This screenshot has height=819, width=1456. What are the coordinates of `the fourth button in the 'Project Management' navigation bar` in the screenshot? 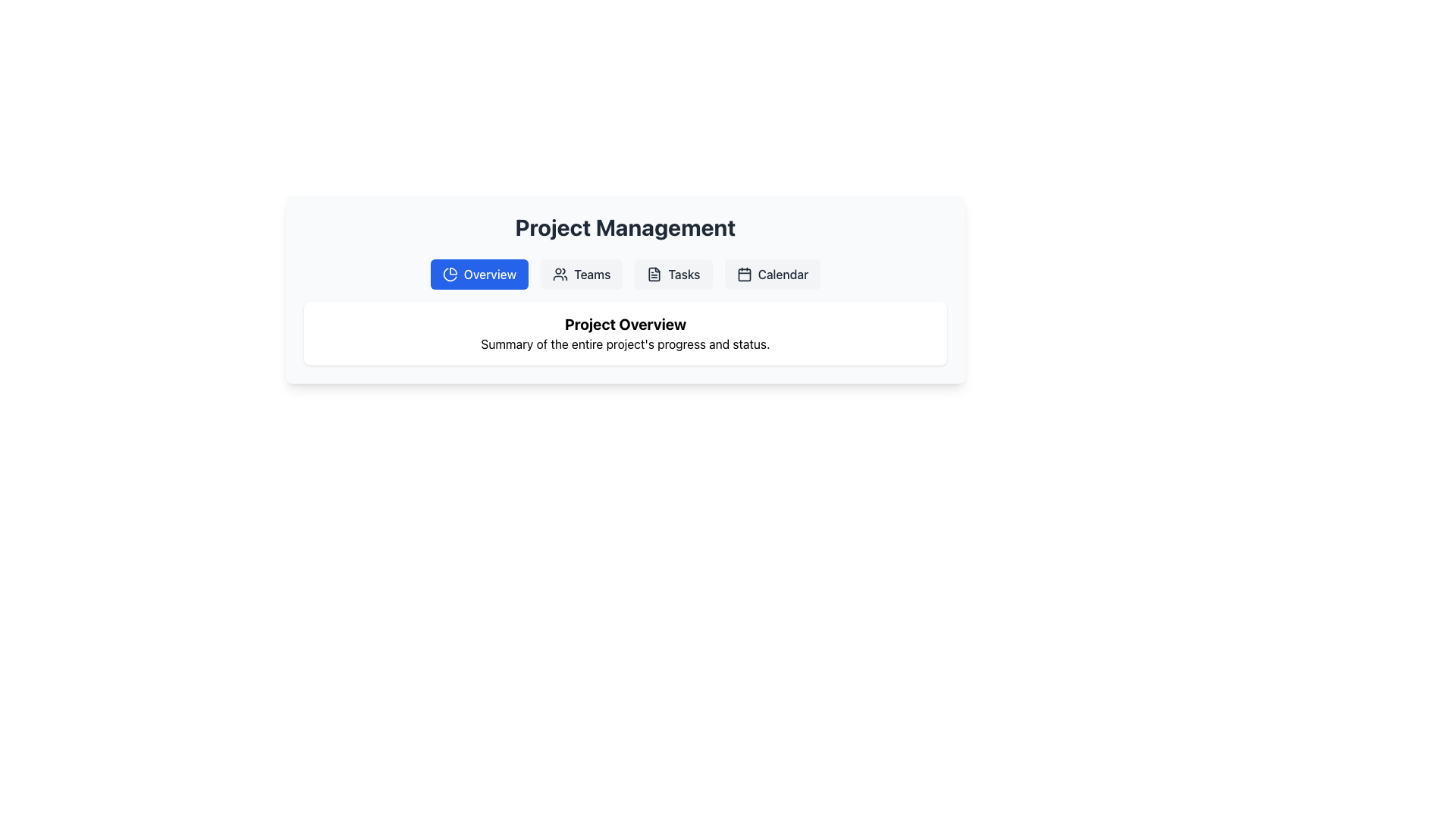 It's located at (772, 275).